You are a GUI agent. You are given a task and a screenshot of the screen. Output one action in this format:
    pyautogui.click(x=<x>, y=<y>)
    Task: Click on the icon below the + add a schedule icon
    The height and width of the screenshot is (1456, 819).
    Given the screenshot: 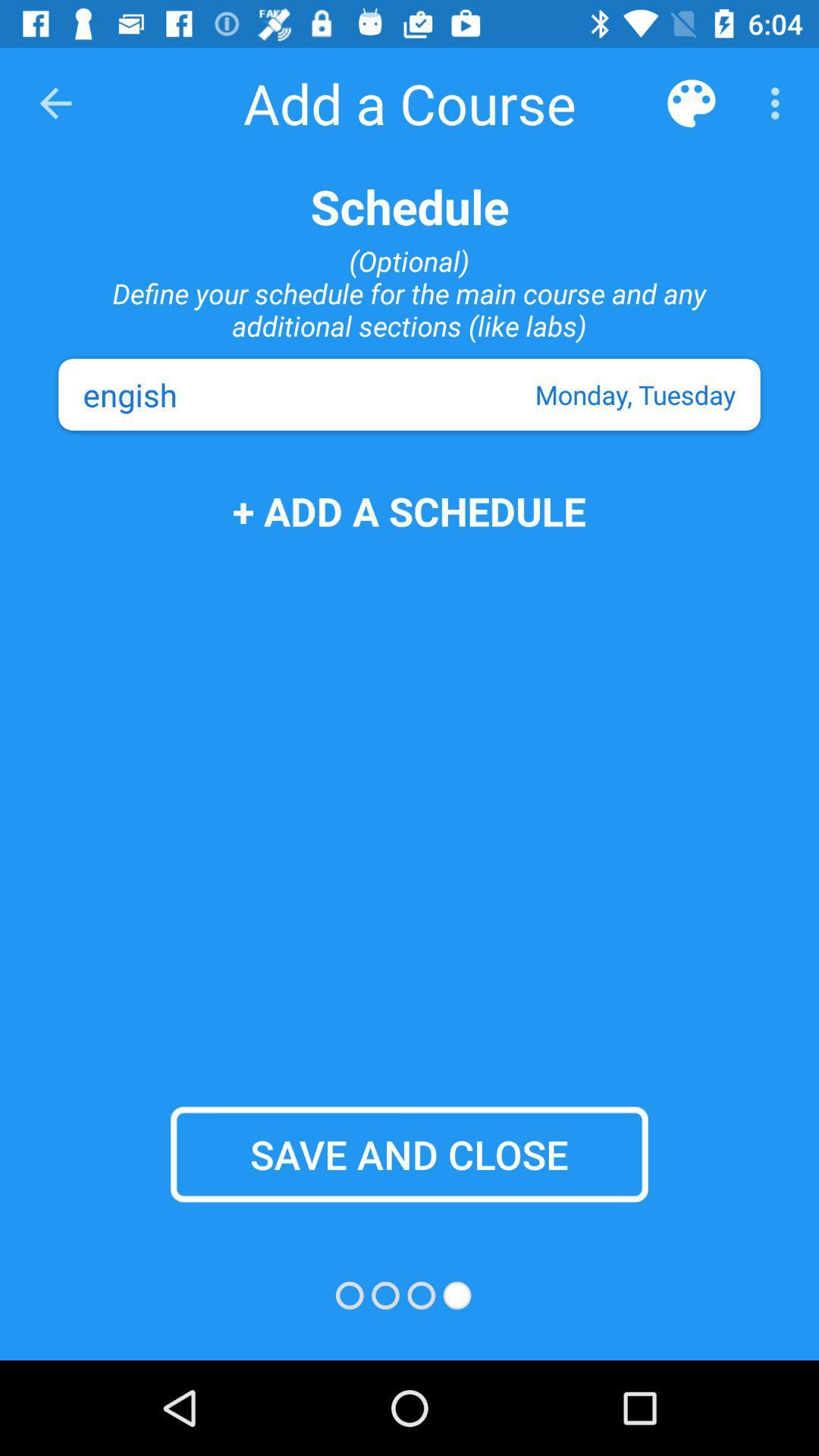 What is the action you would take?
    pyautogui.click(x=409, y=1153)
    